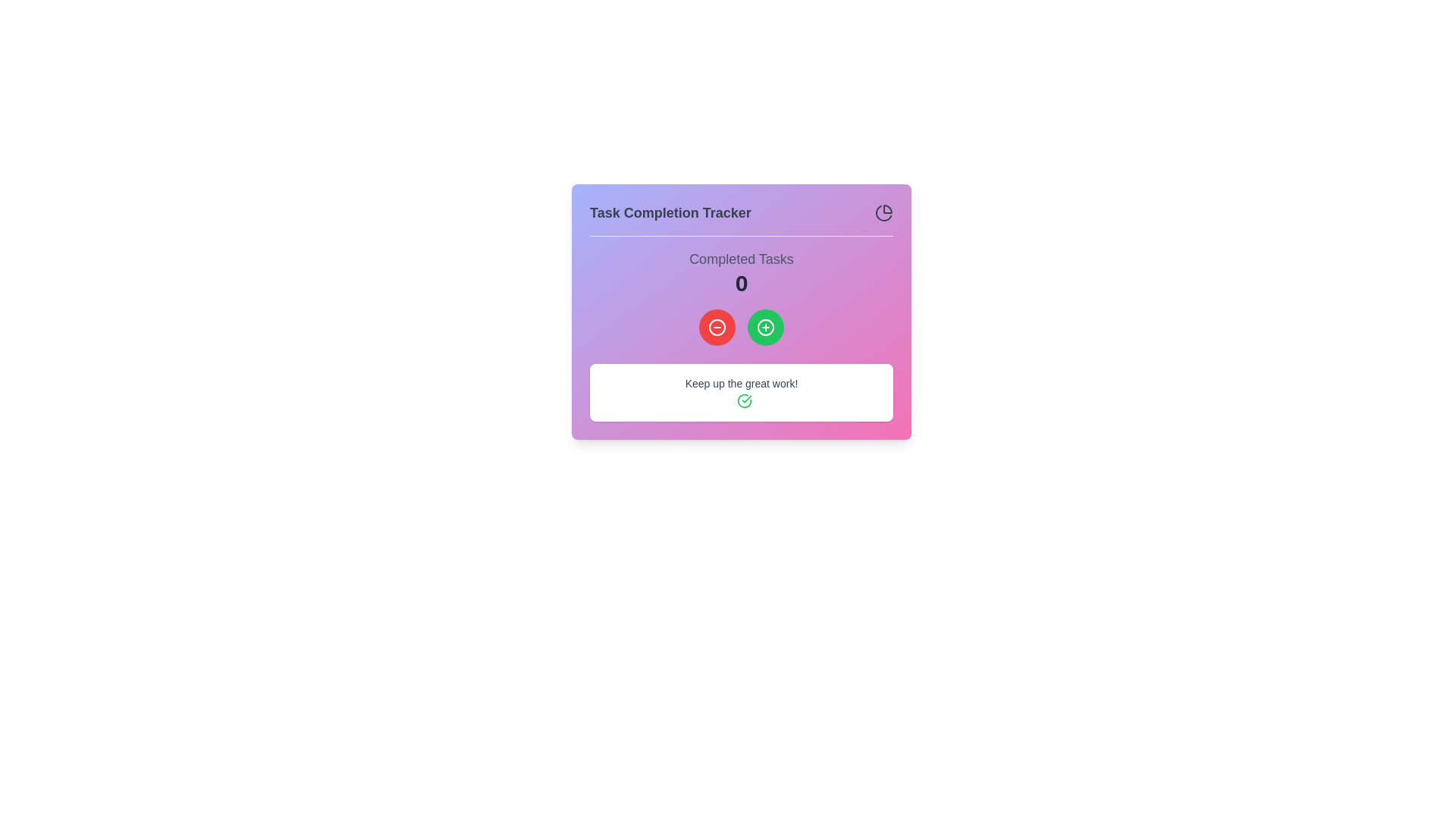  I want to click on the circular green button with a white border and plus icon, located in the bottom section of the 'Task Completion Tracker' modal, so click(765, 327).